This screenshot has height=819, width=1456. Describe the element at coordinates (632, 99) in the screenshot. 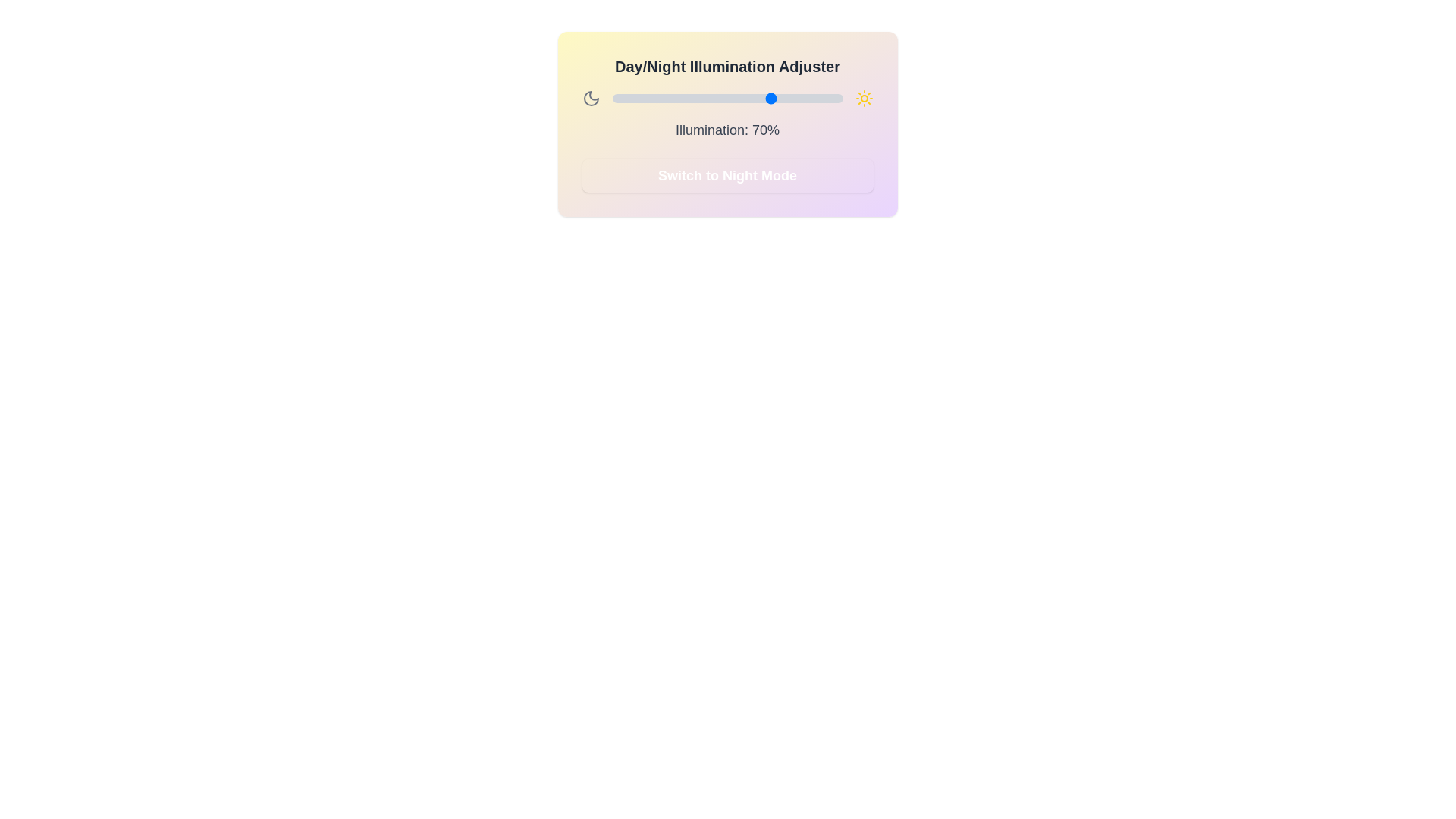

I see `the illumination level to 9% by dragging the slider` at that location.